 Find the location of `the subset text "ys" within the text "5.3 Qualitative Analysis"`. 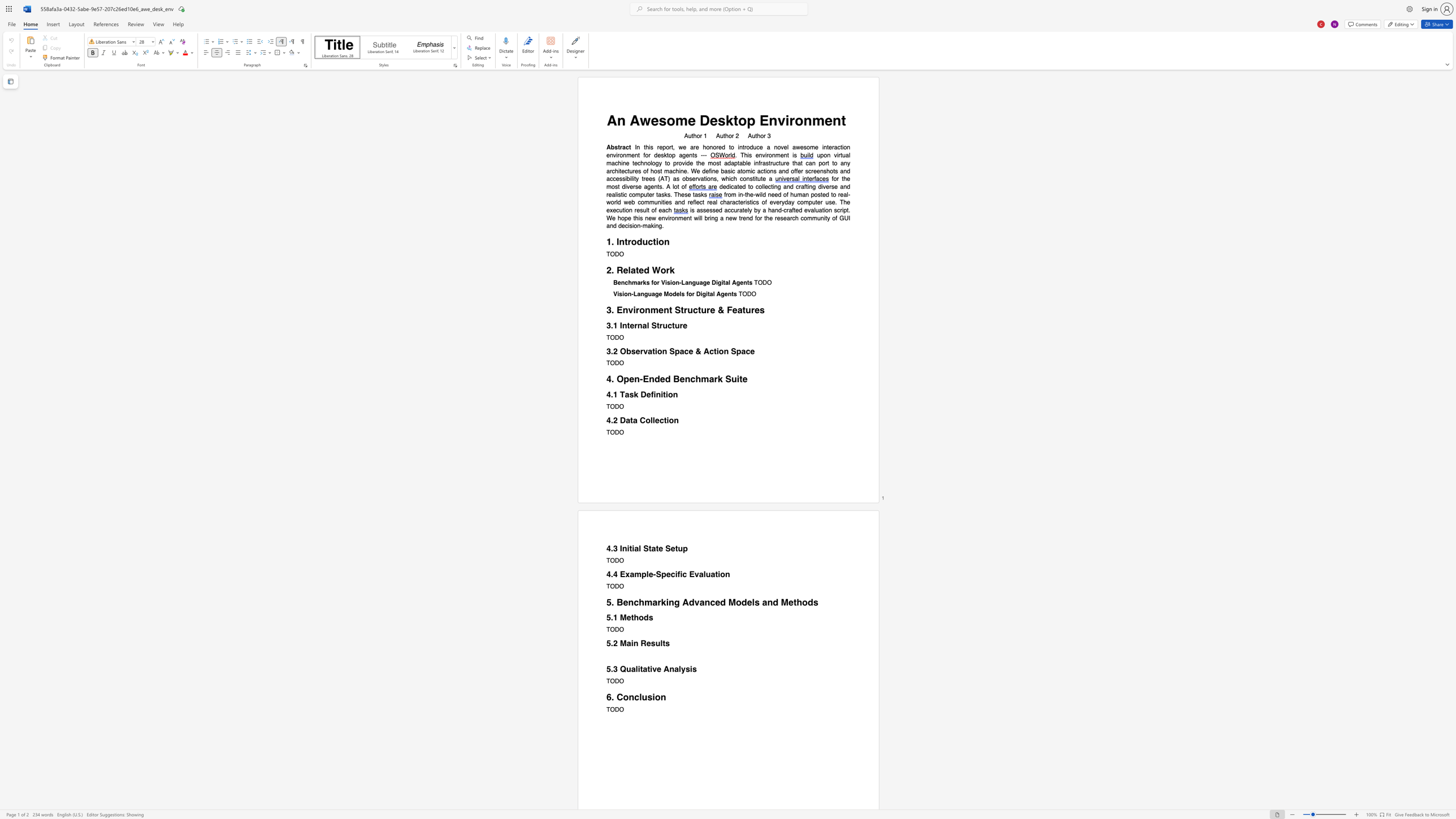

the subset text "ys" within the text "5.3 Qualitative Analysis" is located at coordinates (681, 669).